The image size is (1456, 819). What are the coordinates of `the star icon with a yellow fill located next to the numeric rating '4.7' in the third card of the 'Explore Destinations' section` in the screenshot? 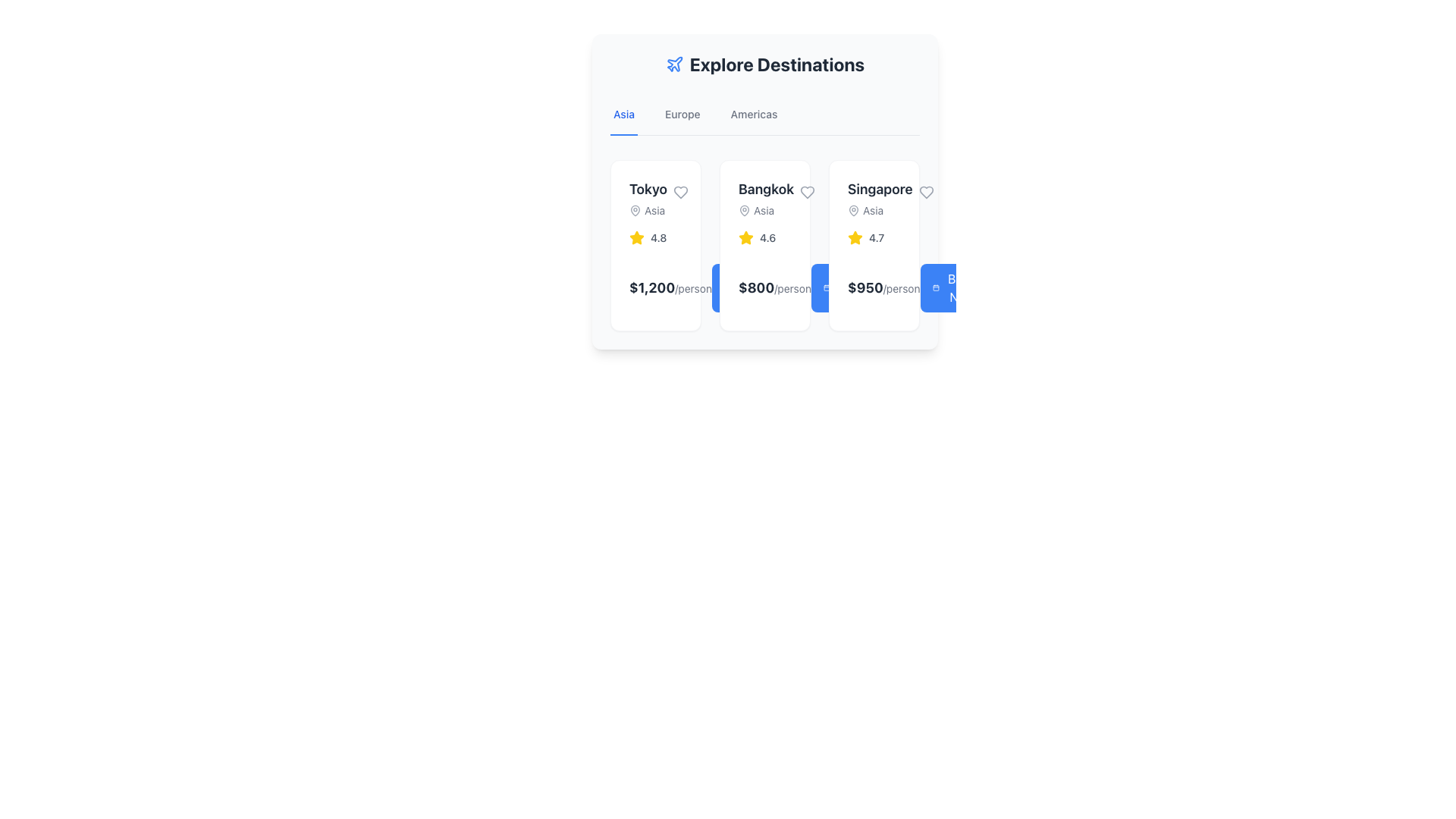 It's located at (855, 237).